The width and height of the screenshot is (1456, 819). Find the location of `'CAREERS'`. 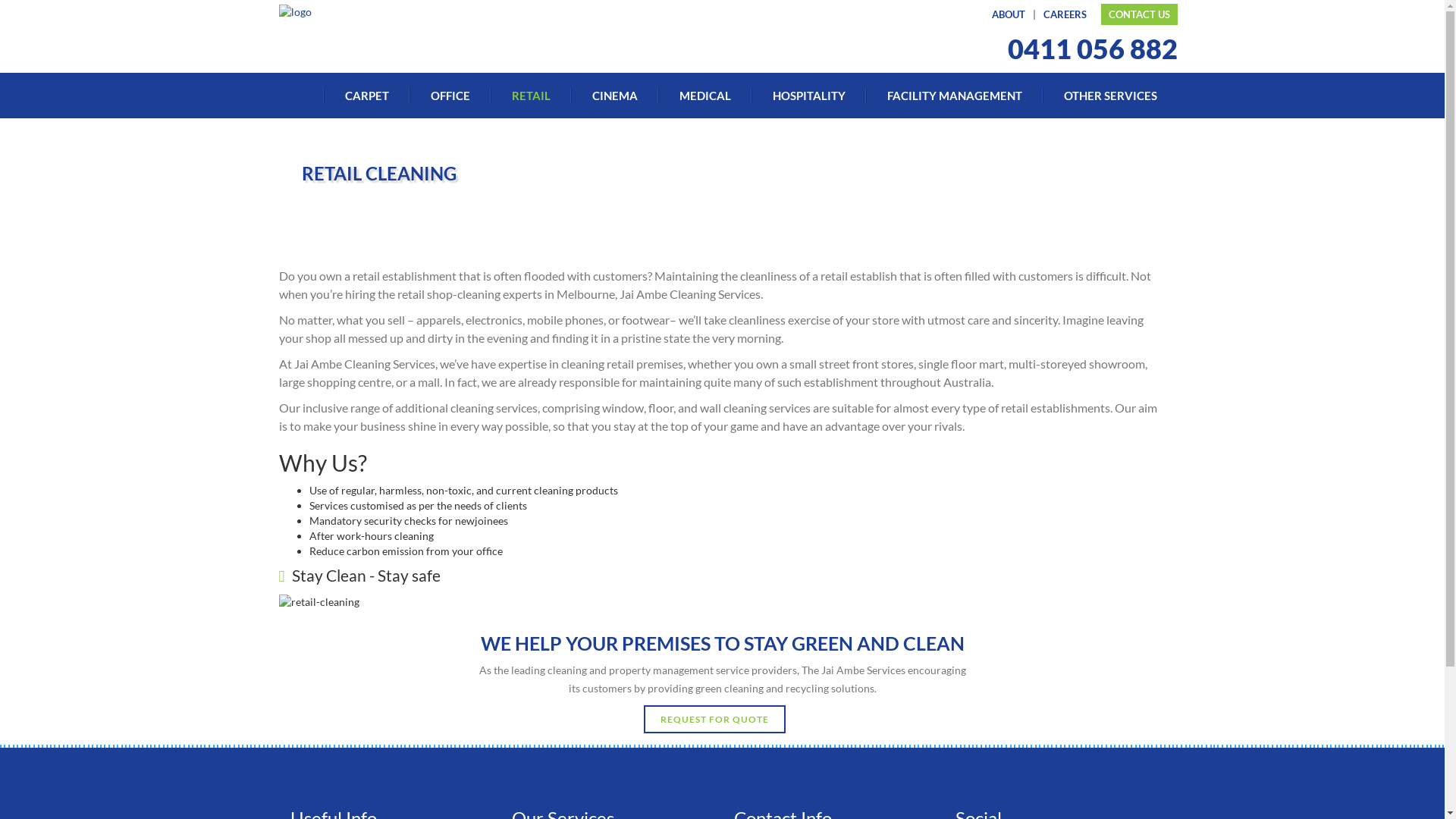

'CAREERS' is located at coordinates (1037, 14).